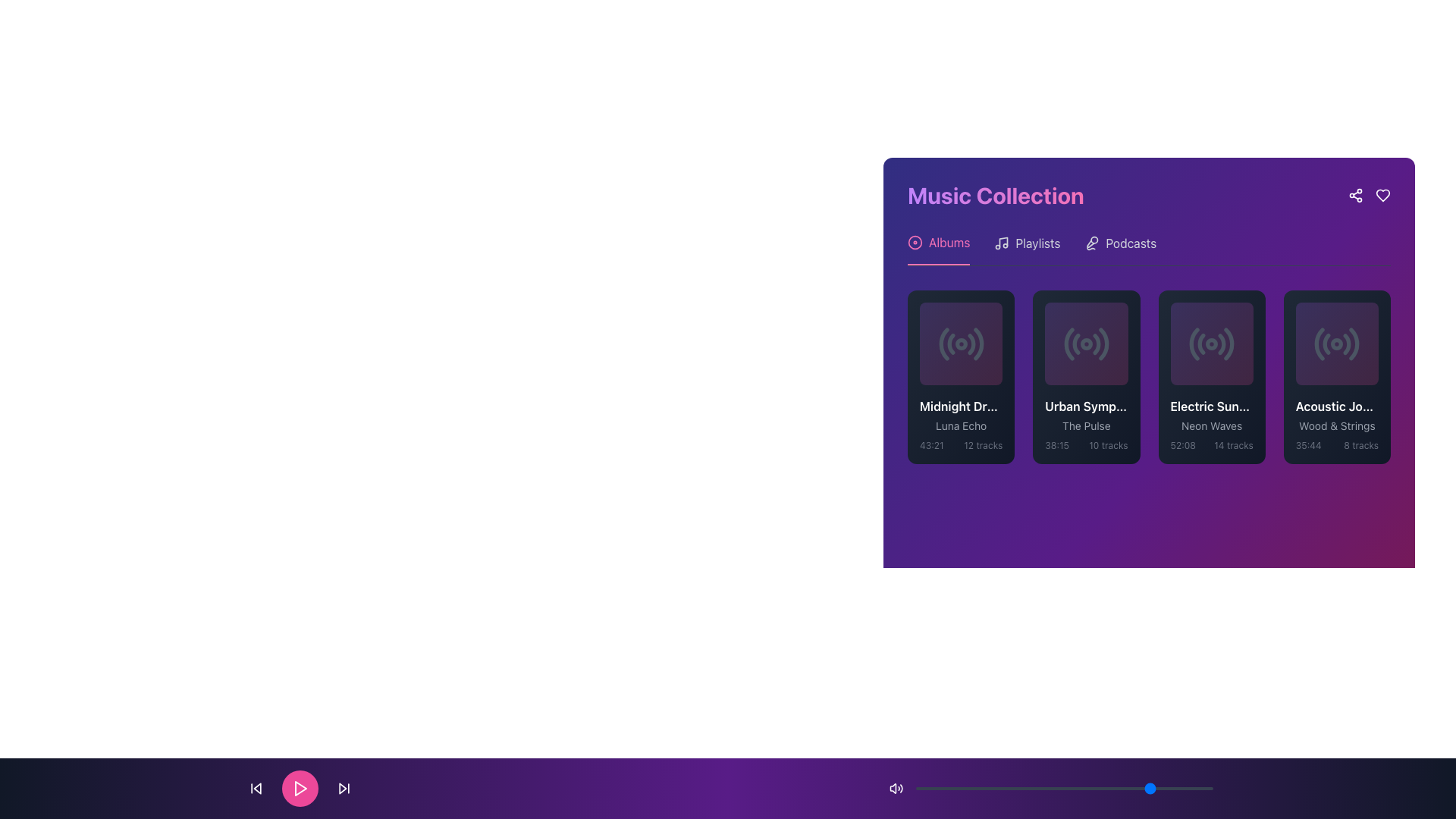 The width and height of the screenshot is (1456, 819). Describe the element at coordinates (1085, 376) in the screenshot. I see `the 'Urban Symphony' card, the second card in the music playlist grid` at that location.